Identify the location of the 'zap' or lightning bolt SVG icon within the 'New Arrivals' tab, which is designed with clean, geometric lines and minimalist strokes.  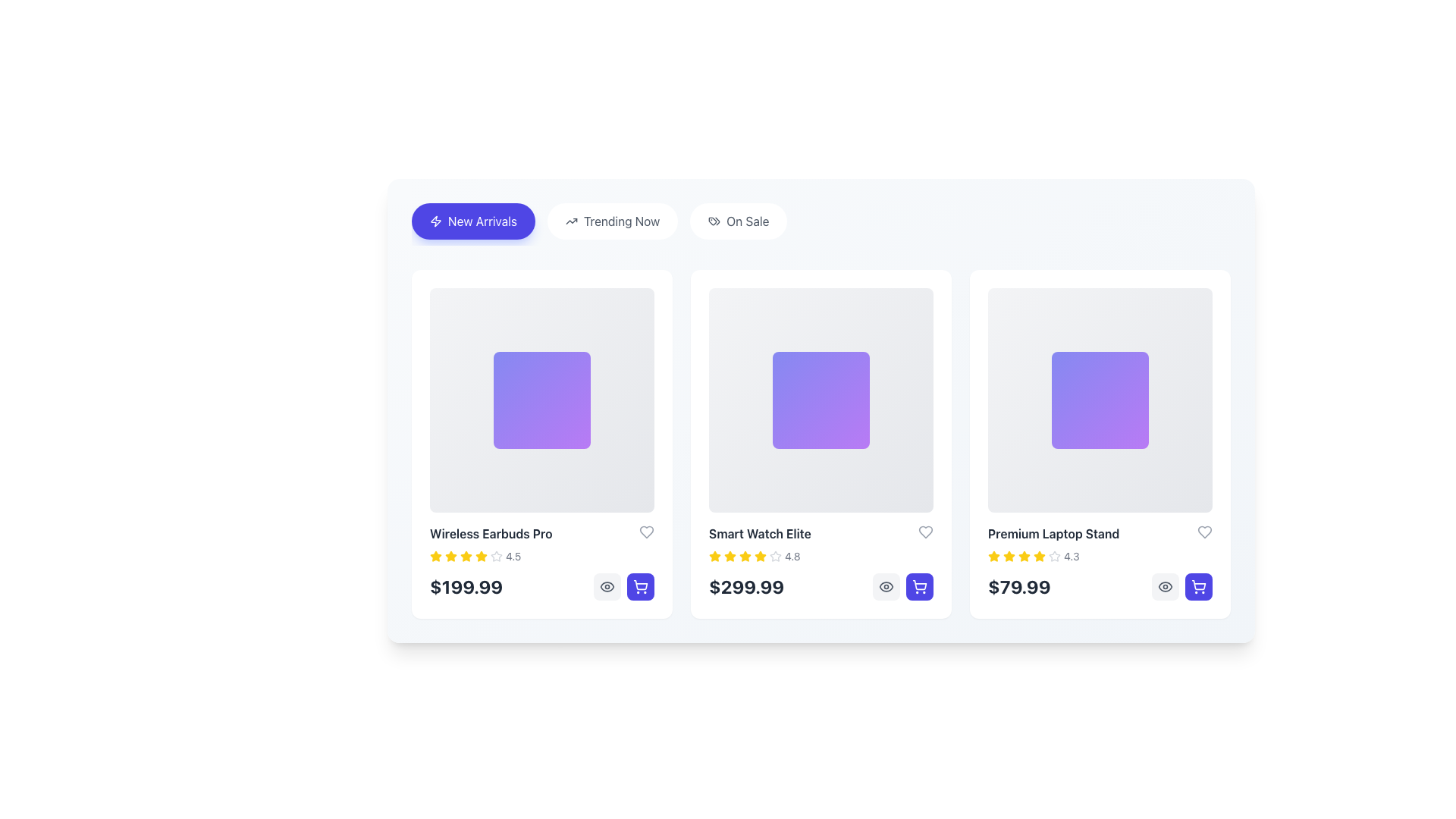
(435, 221).